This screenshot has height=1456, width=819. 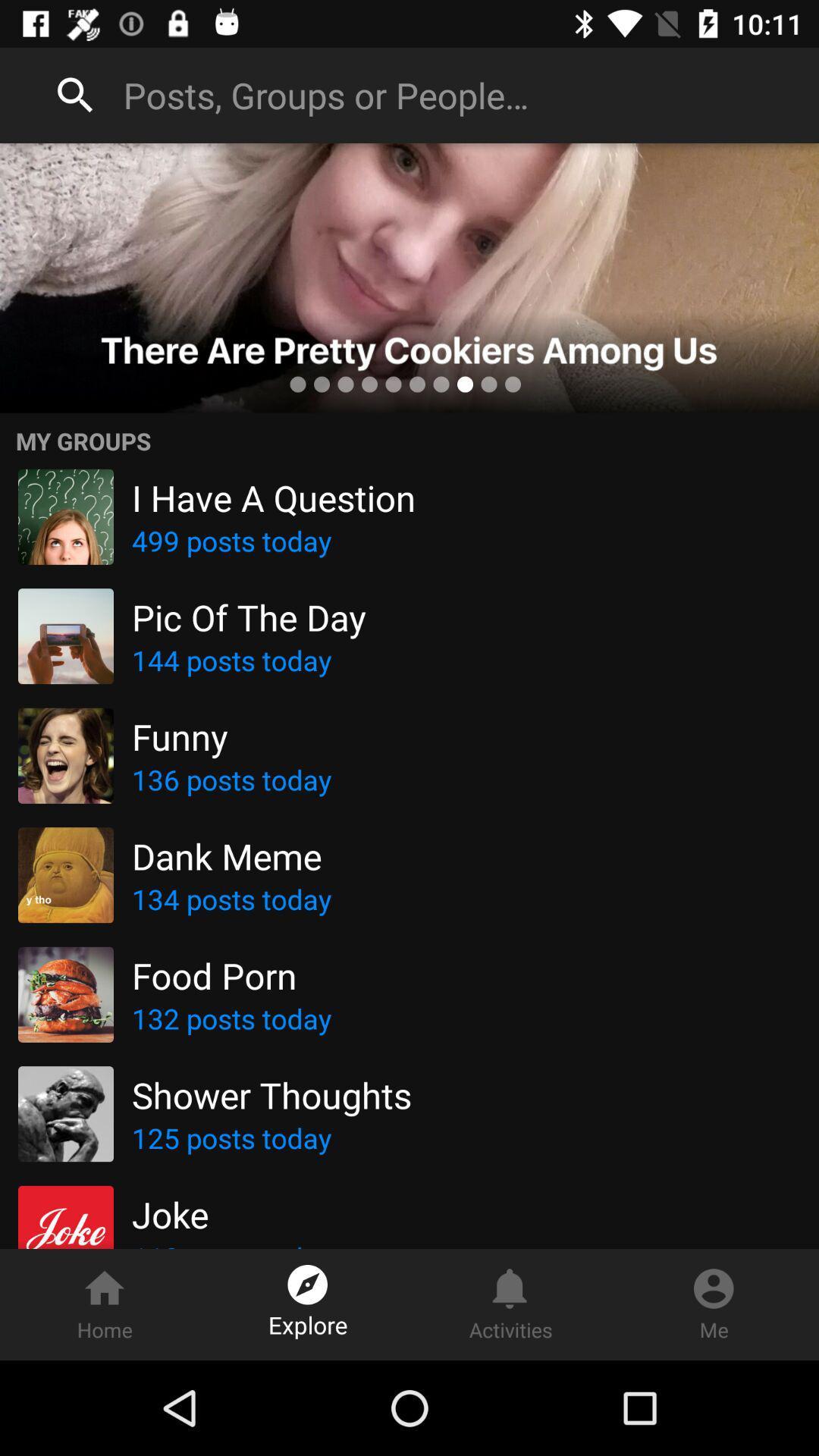 I want to click on the picture left to shower thoughts, so click(x=65, y=1113).